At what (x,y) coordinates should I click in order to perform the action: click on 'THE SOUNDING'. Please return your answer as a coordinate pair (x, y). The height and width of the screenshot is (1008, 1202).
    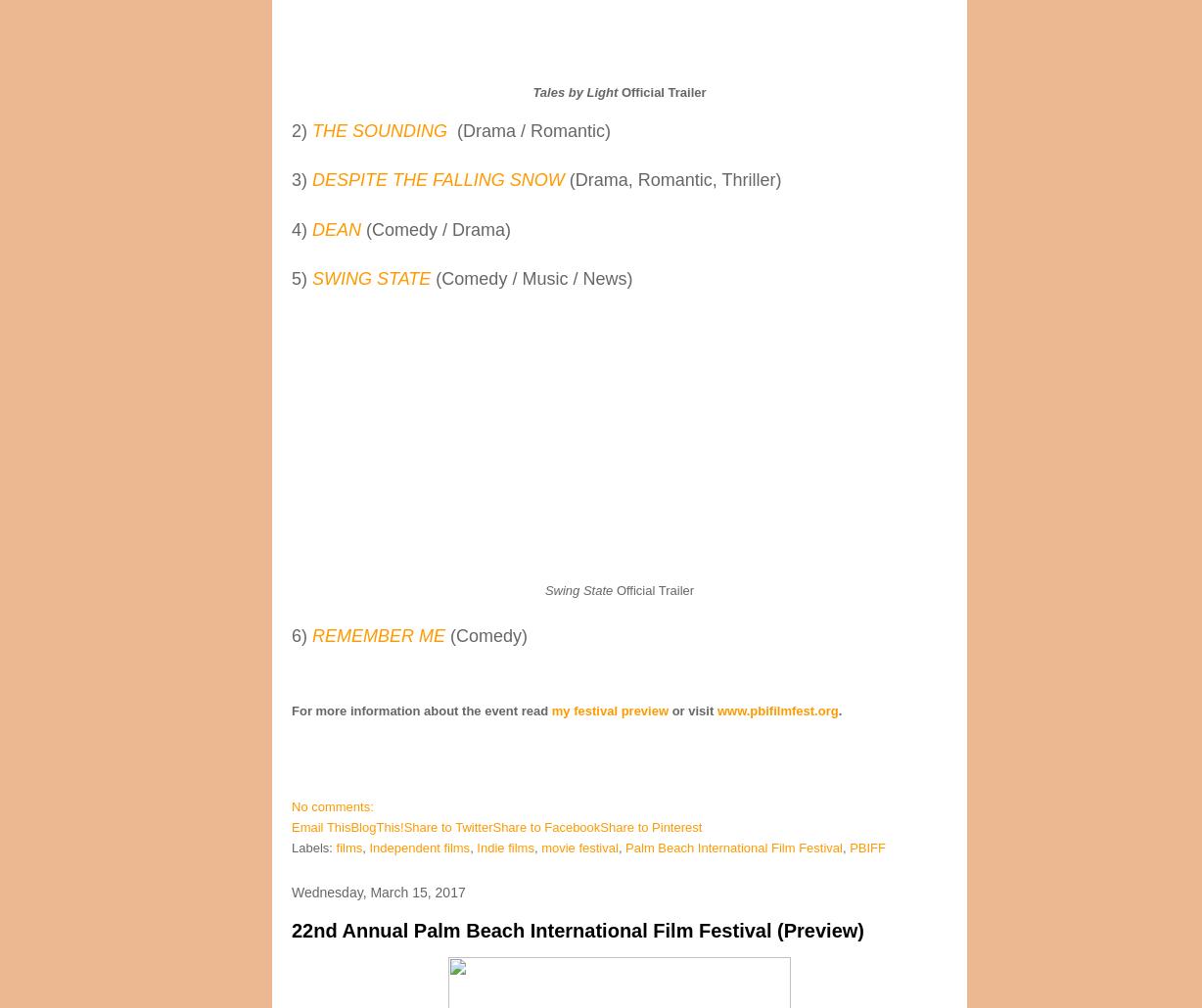
    Looking at the image, I should click on (312, 130).